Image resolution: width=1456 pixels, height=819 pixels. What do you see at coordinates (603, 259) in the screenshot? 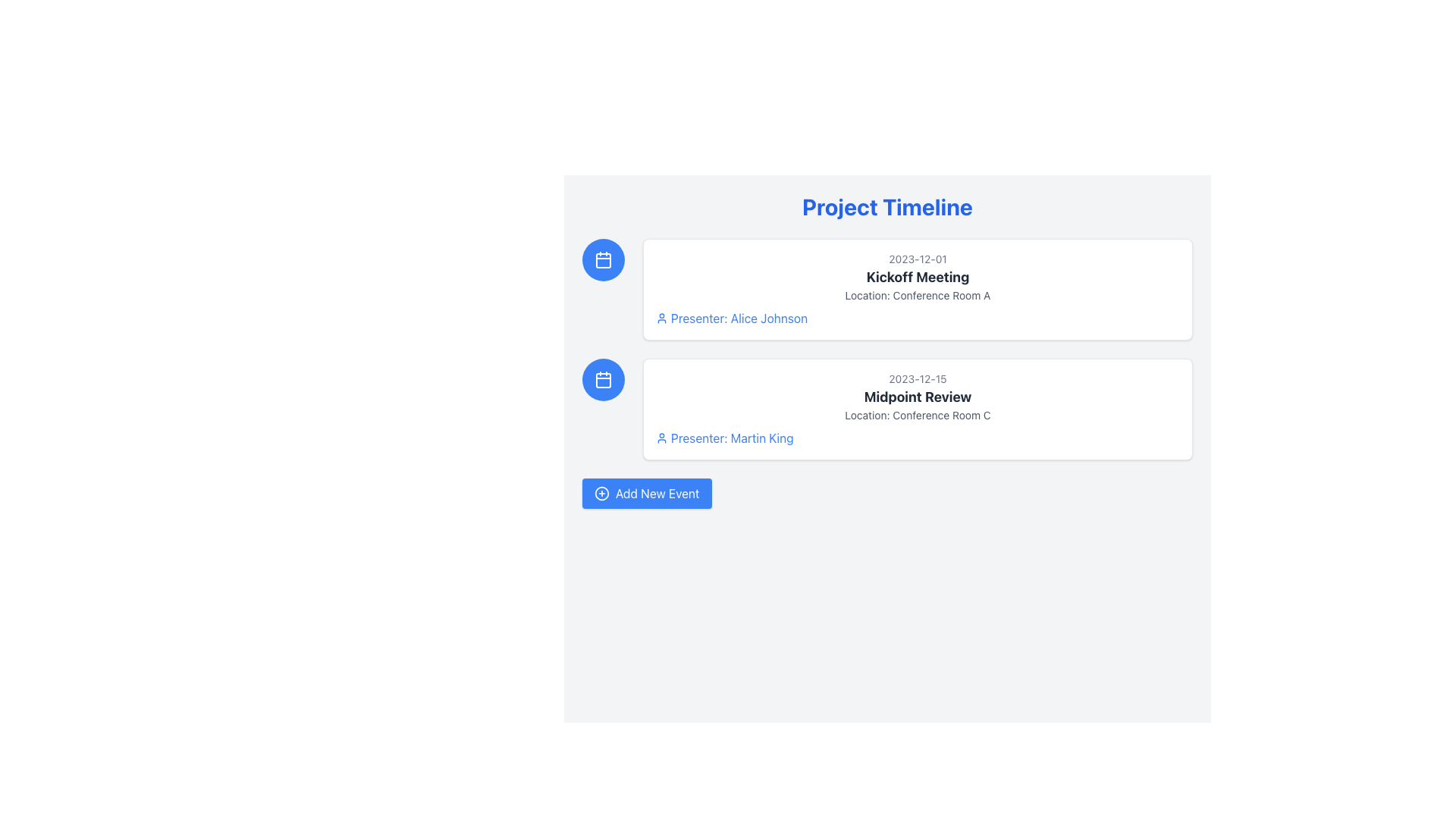
I see `the circular icon with a blue background and white calendar symbol located on the left side of the first event block` at bounding box center [603, 259].